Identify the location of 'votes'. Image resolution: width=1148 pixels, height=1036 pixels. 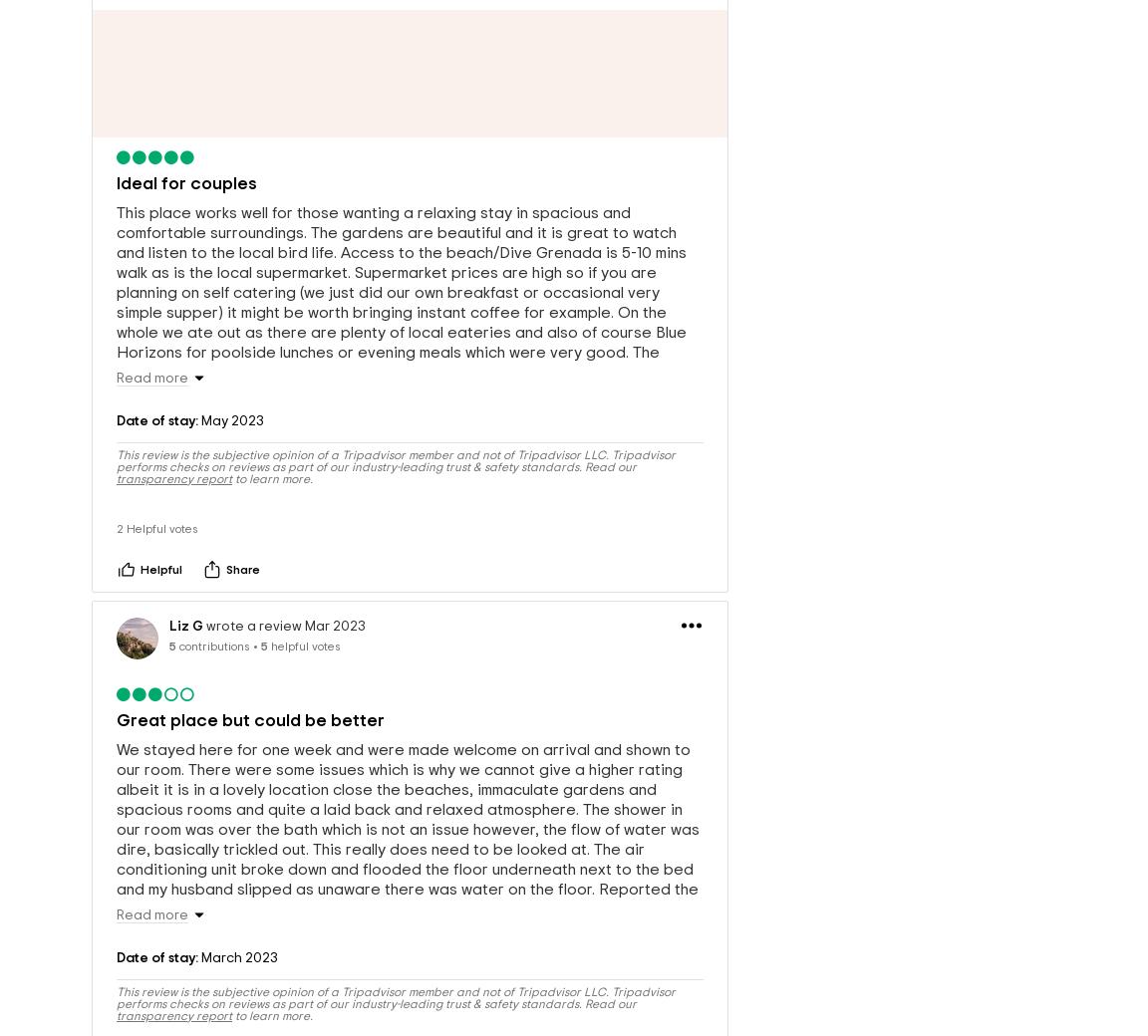
(169, 533).